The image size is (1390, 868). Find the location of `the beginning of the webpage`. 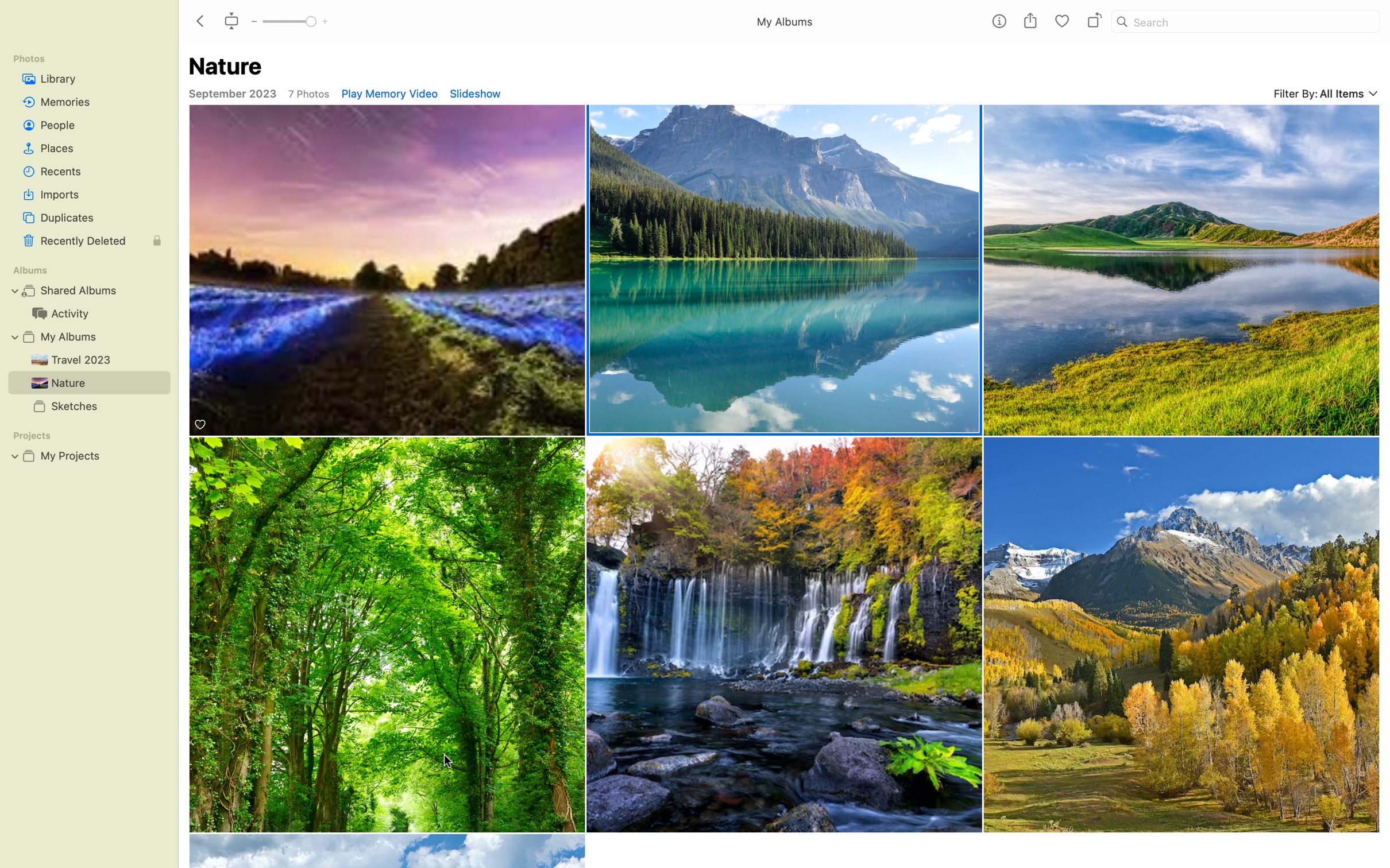

the beginning of the webpage is located at coordinates (2639610, 1022504).